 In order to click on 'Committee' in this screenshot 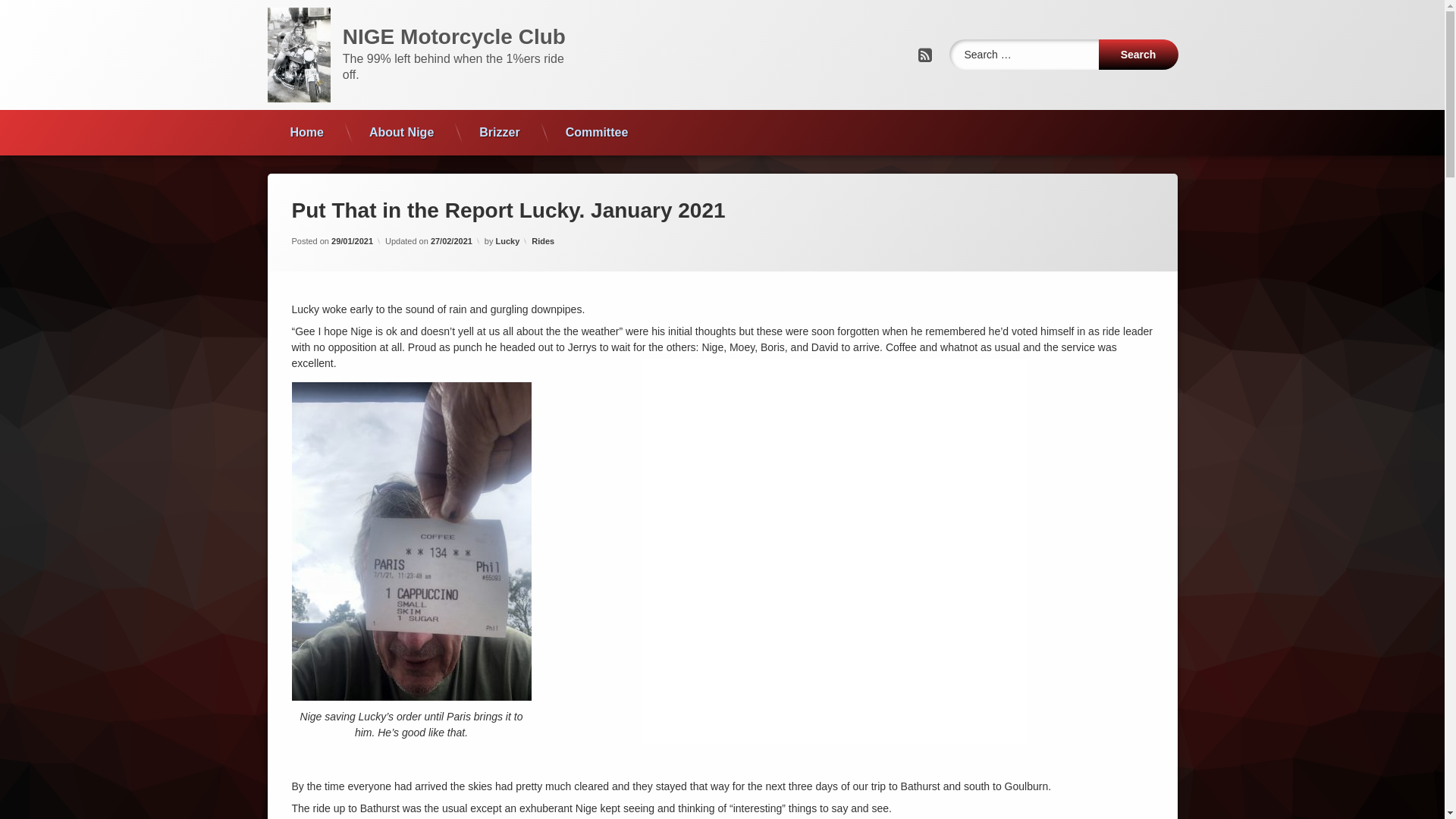, I will do `click(596, 131)`.